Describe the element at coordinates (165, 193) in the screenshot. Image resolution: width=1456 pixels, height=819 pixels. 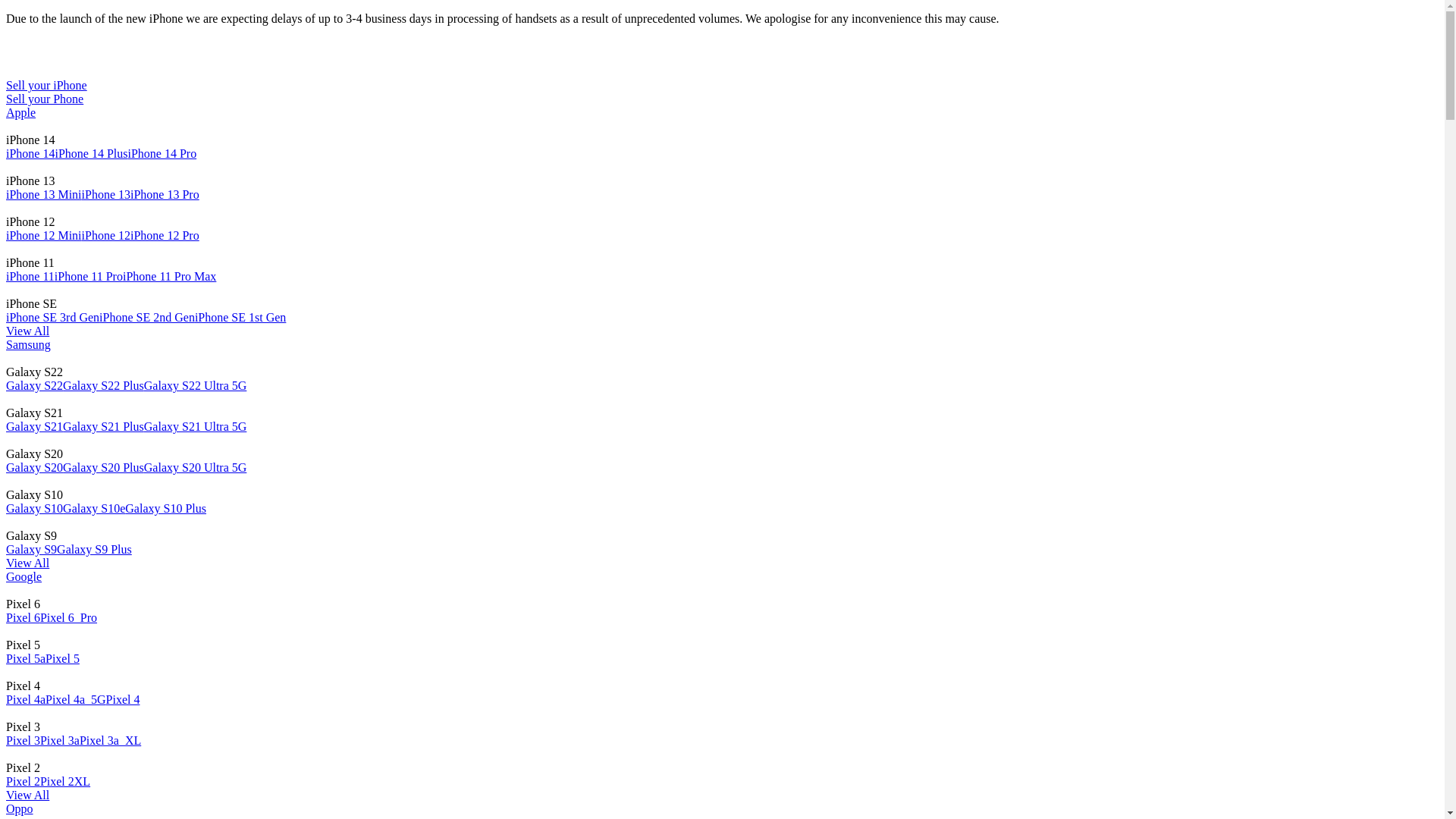
I see `'iPhone 13 Pro'` at that location.